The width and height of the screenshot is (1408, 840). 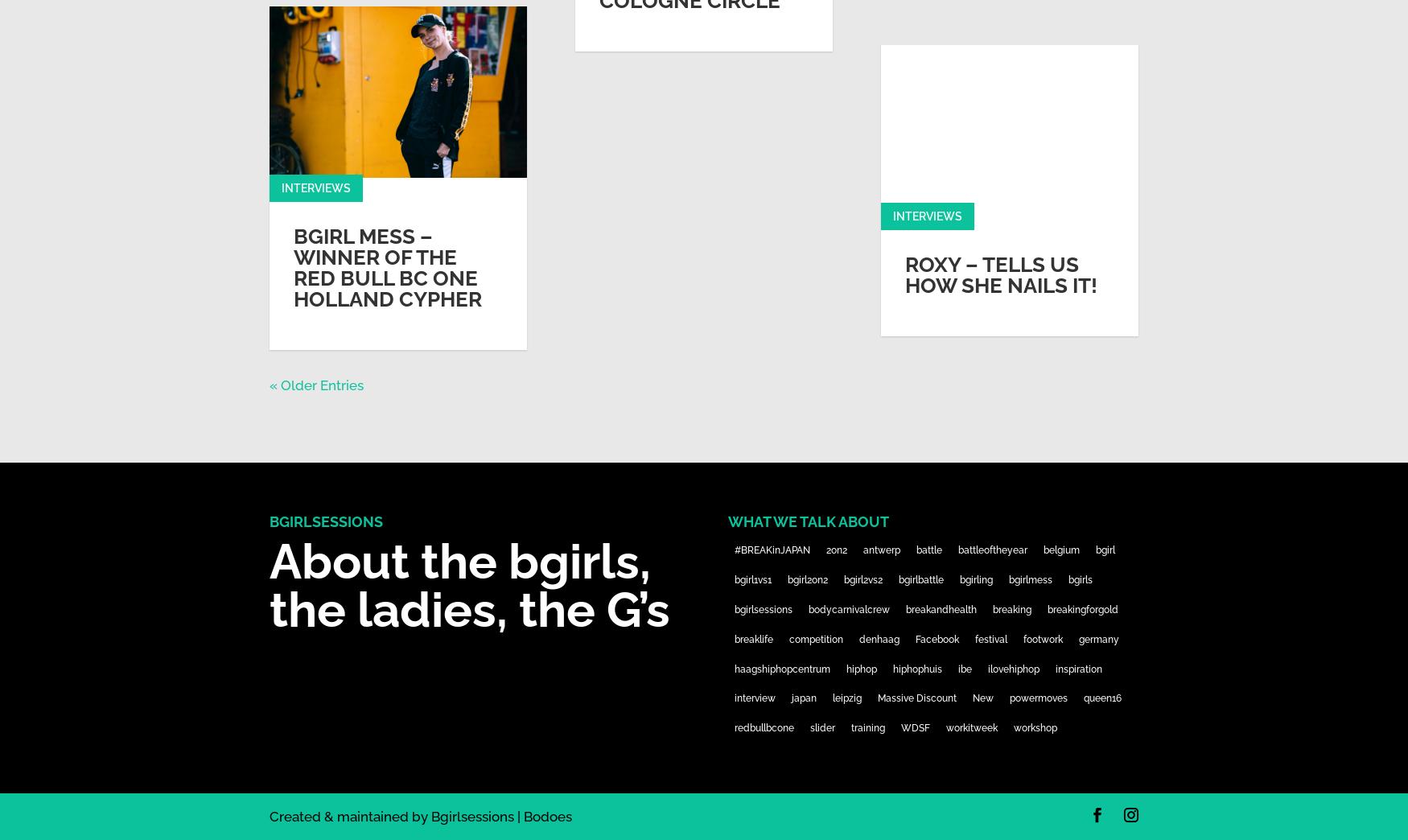 I want to click on 'WDSF', so click(x=913, y=728).